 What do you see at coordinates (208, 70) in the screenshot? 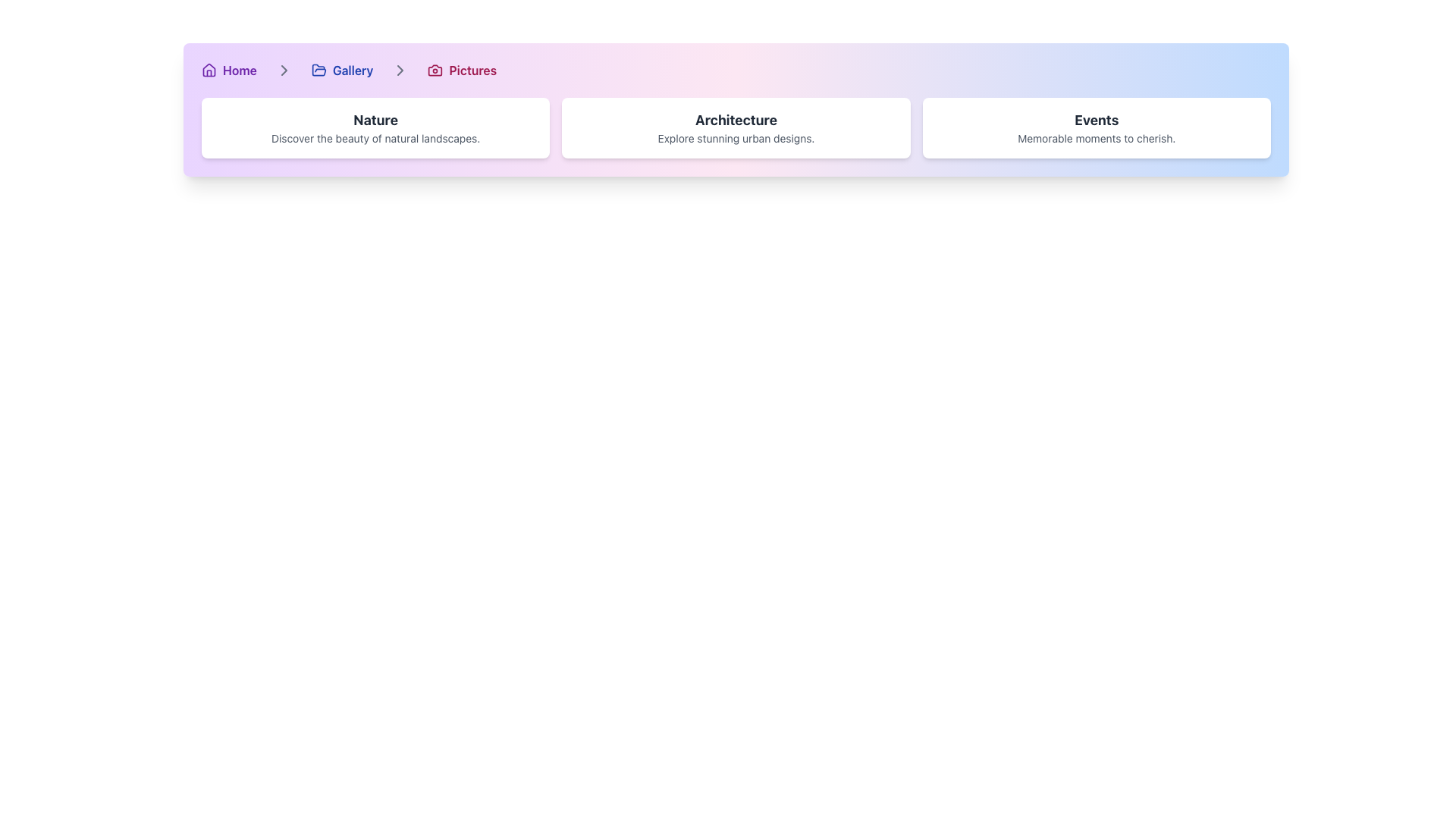
I see `the purple house icon located on the left side of the breadcrumb navigation bar` at bounding box center [208, 70].